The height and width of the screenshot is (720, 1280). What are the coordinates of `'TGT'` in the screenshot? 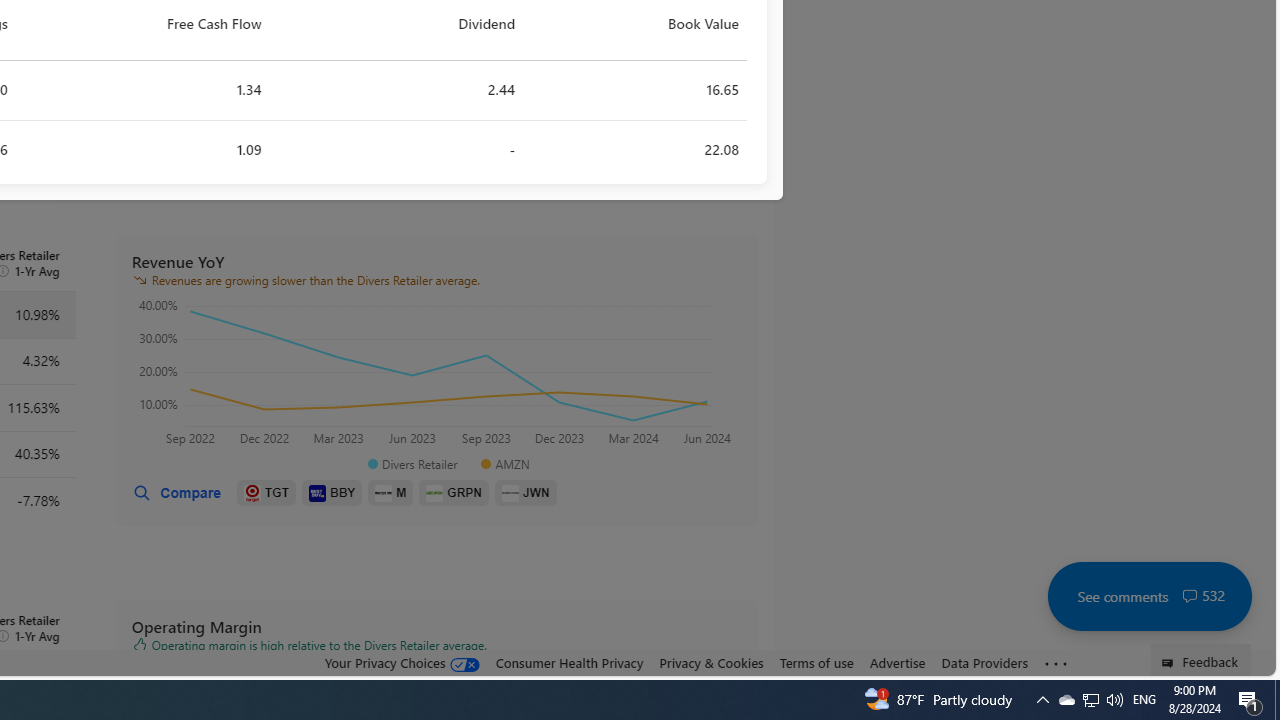 It's located at (265, 493).